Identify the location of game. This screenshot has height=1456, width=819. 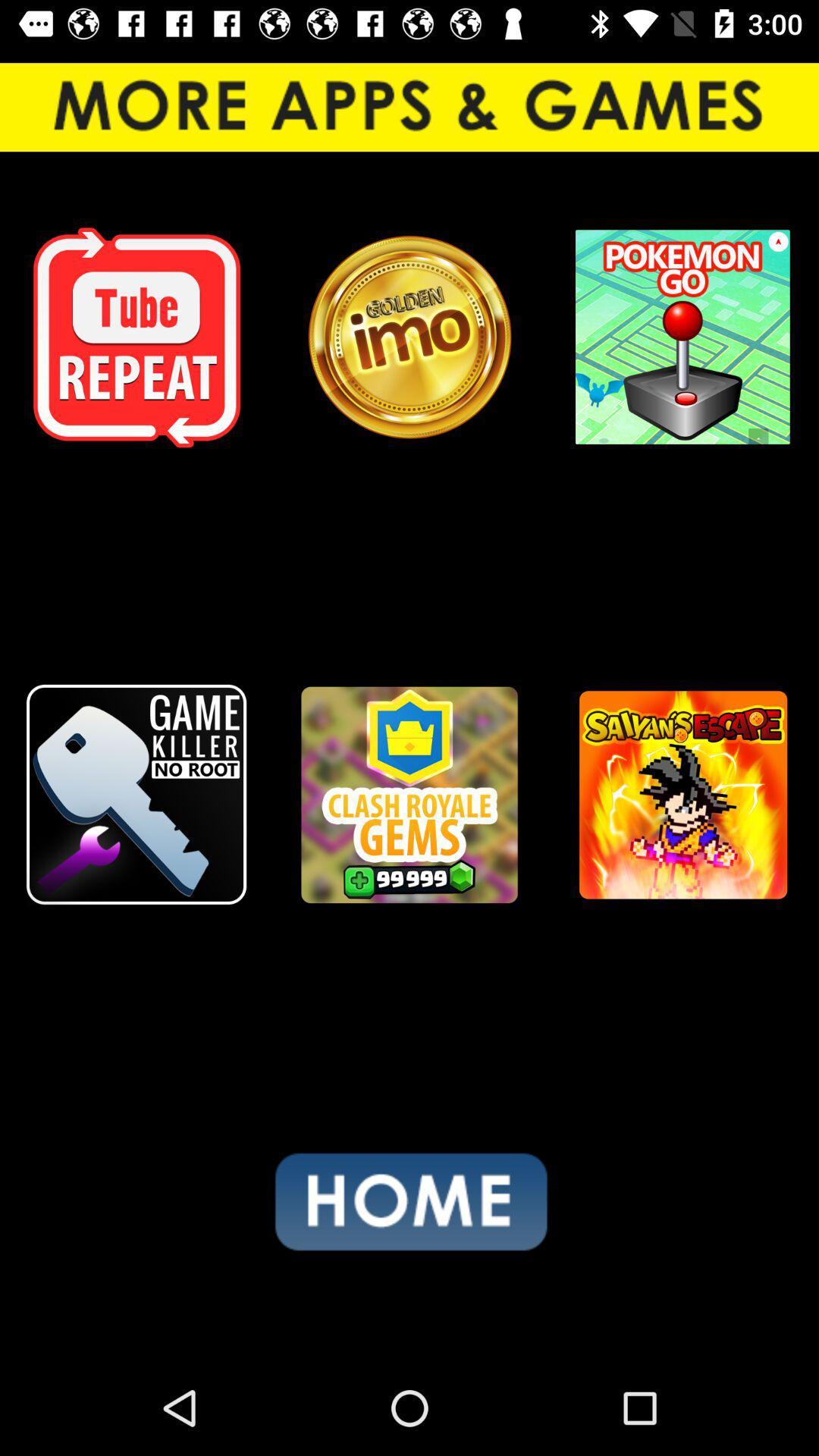
(409, 794).